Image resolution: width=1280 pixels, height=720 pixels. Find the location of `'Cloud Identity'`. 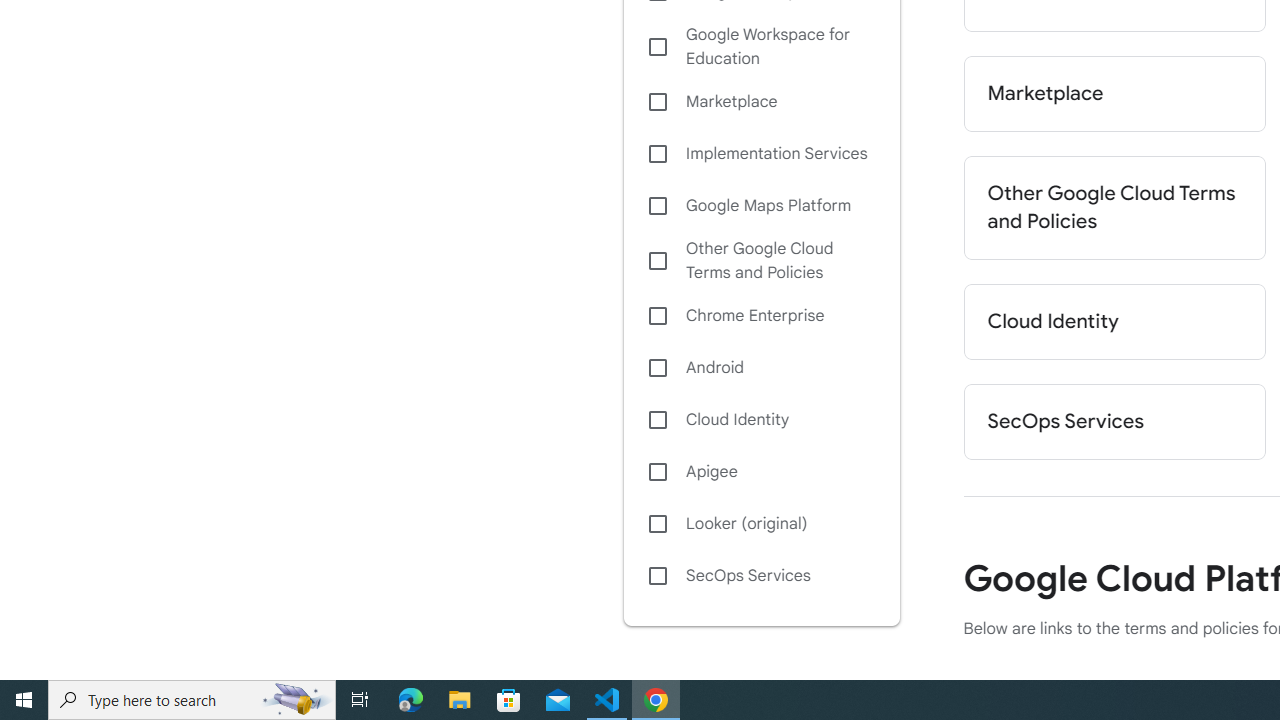

'Cloud Identity' is located at coordinates (760, 418).